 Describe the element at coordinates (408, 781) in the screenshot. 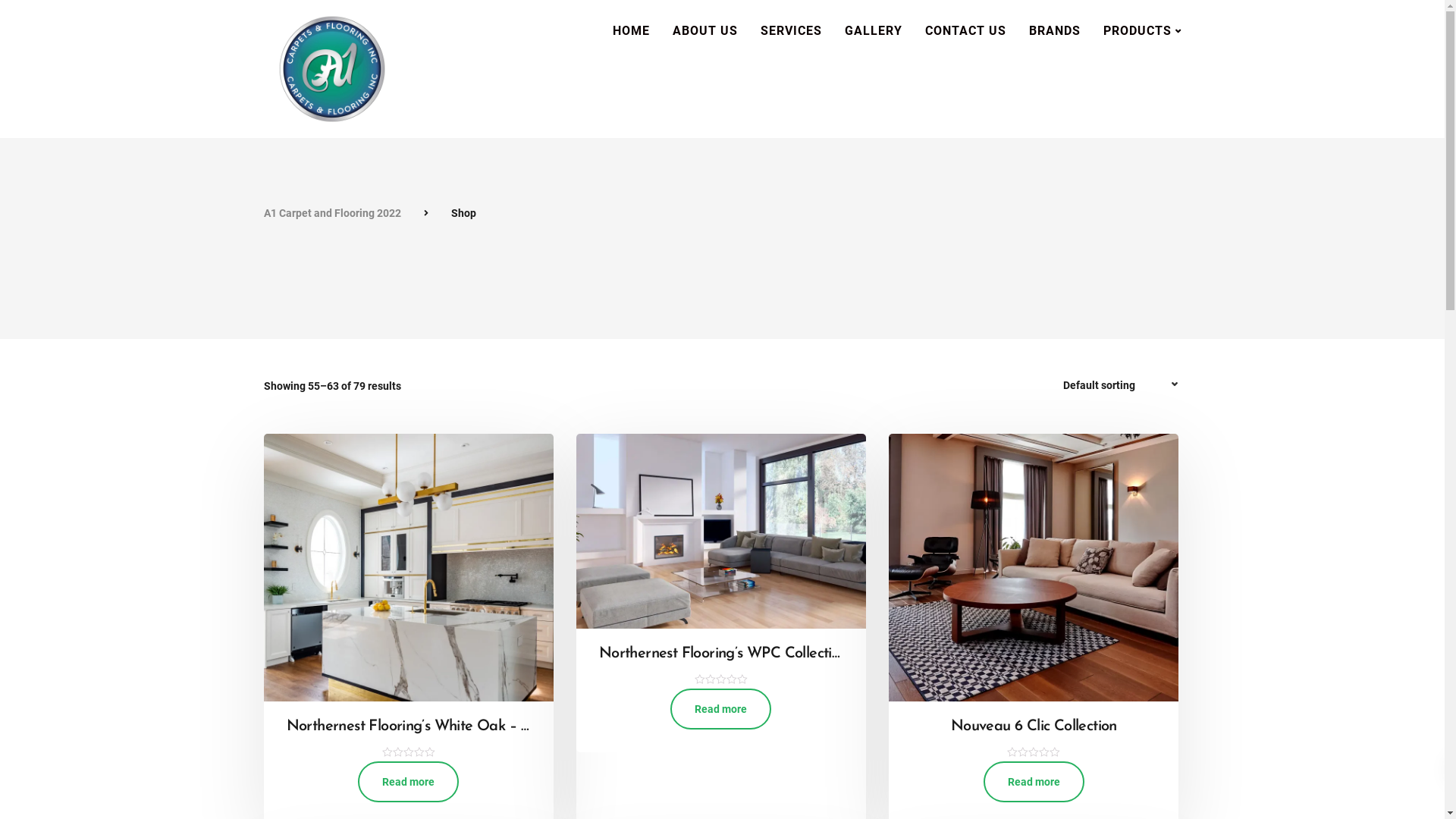

I see `'Read more'` at that location.